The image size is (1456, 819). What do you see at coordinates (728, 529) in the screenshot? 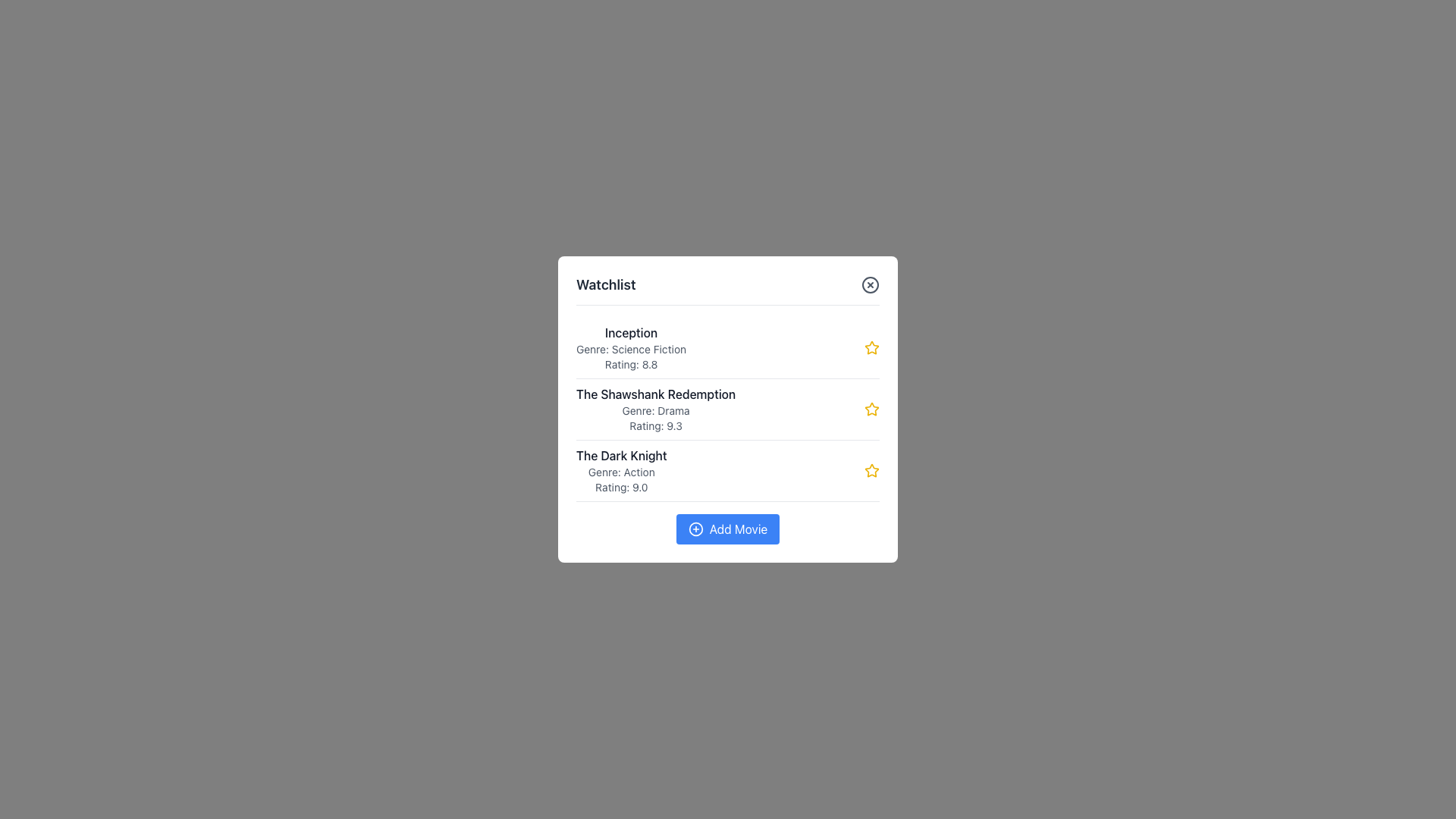
I see `the blue button labeled 'Add Movie' with a plus icon, located at the bottom center of the 'Watchlist' modal` at bounding box center [728, 529].